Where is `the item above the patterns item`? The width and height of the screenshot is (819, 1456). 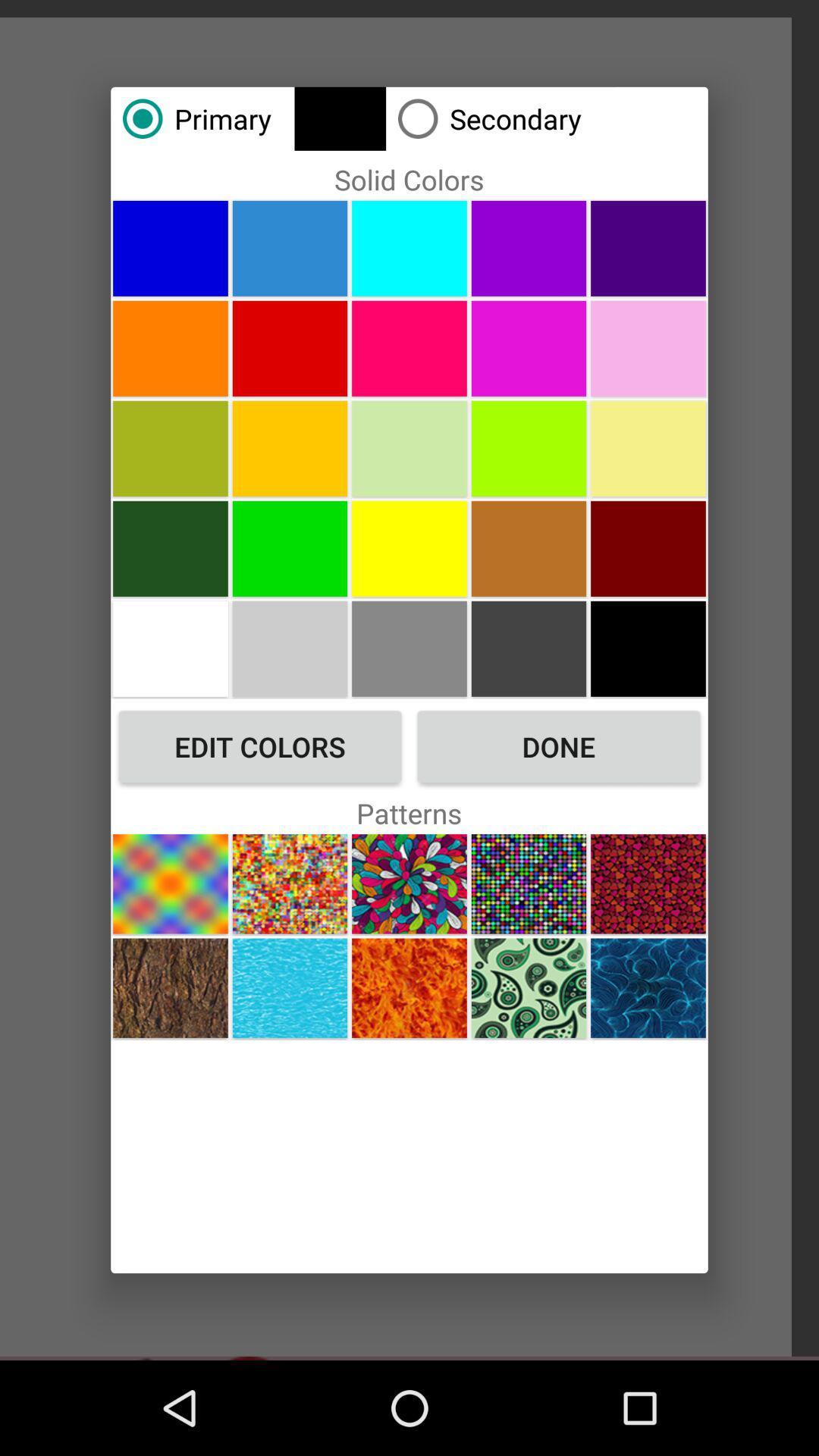
the item above the patterns item is located at coordinates (558, 746).